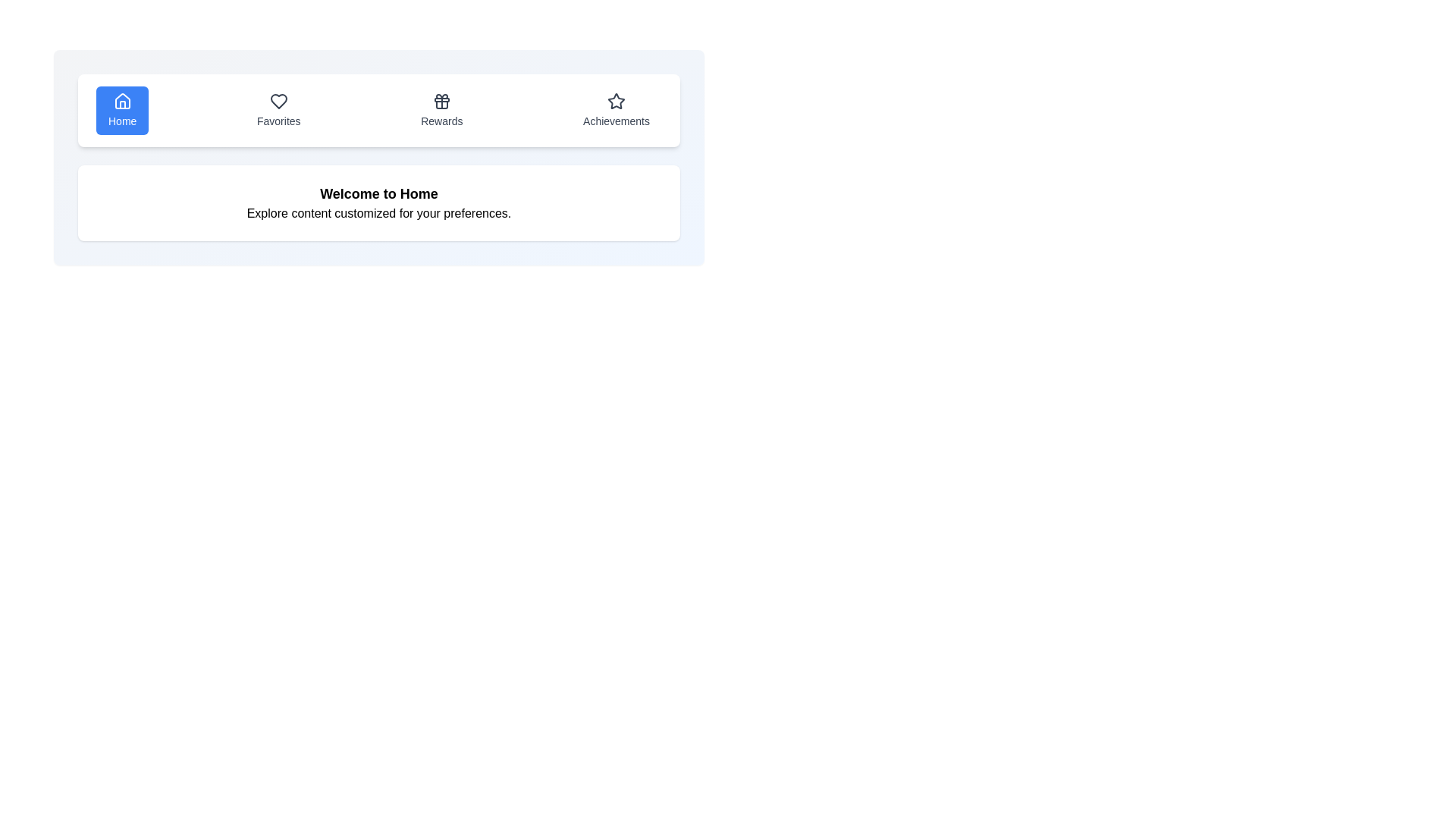 The image size is (1456, 819). I want to click on the 'Home' icon in the navigation bar, which is the left-most icon indicating the active section of the interface, so click(122, 101).